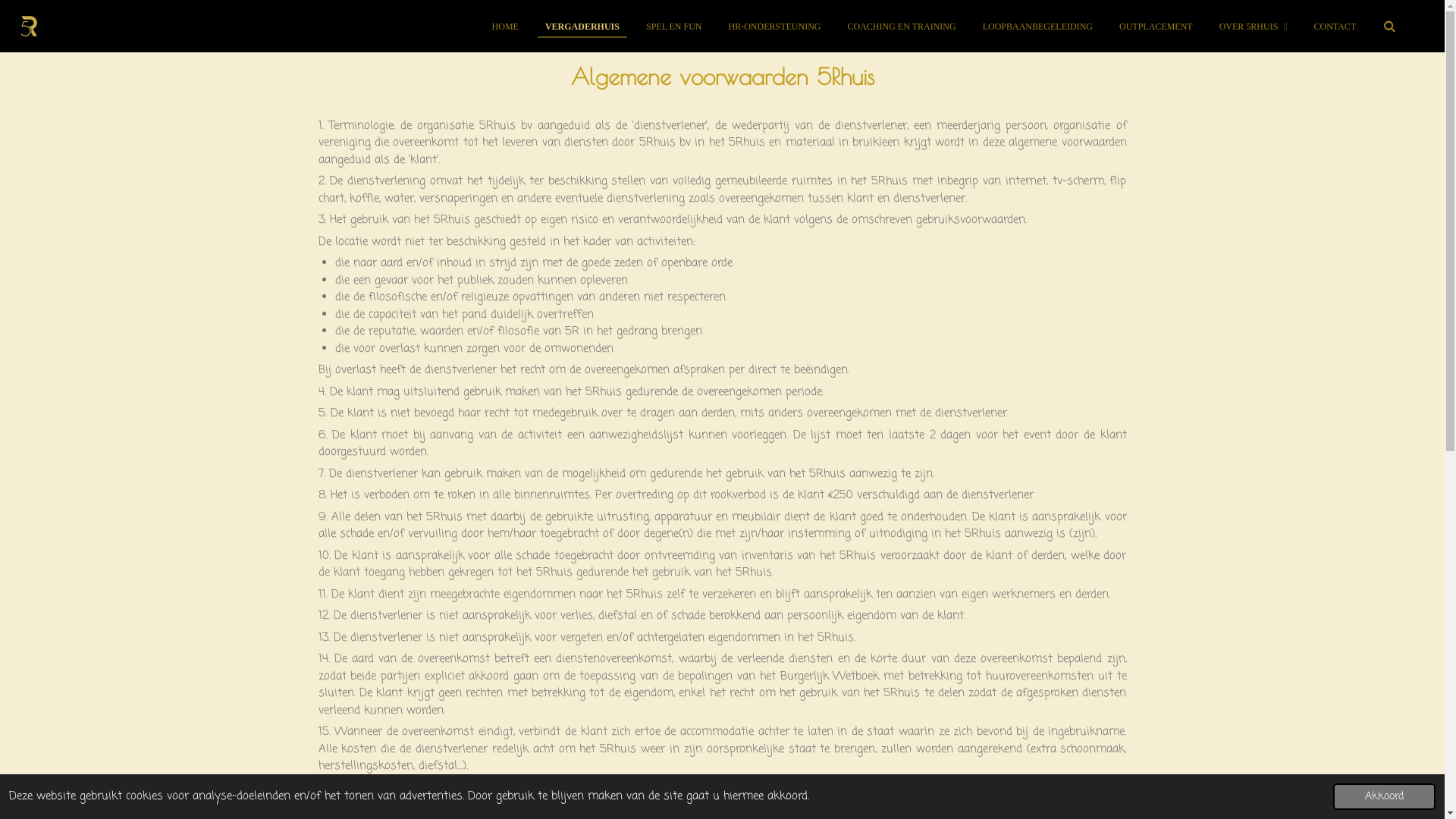 This screenshot has height=819, width=1456. What do you see at coordinates (1037, 26) in the screenshot?
I see `'LOOPBAANBEGELEIDING'` at bounding box center [1037, 26].